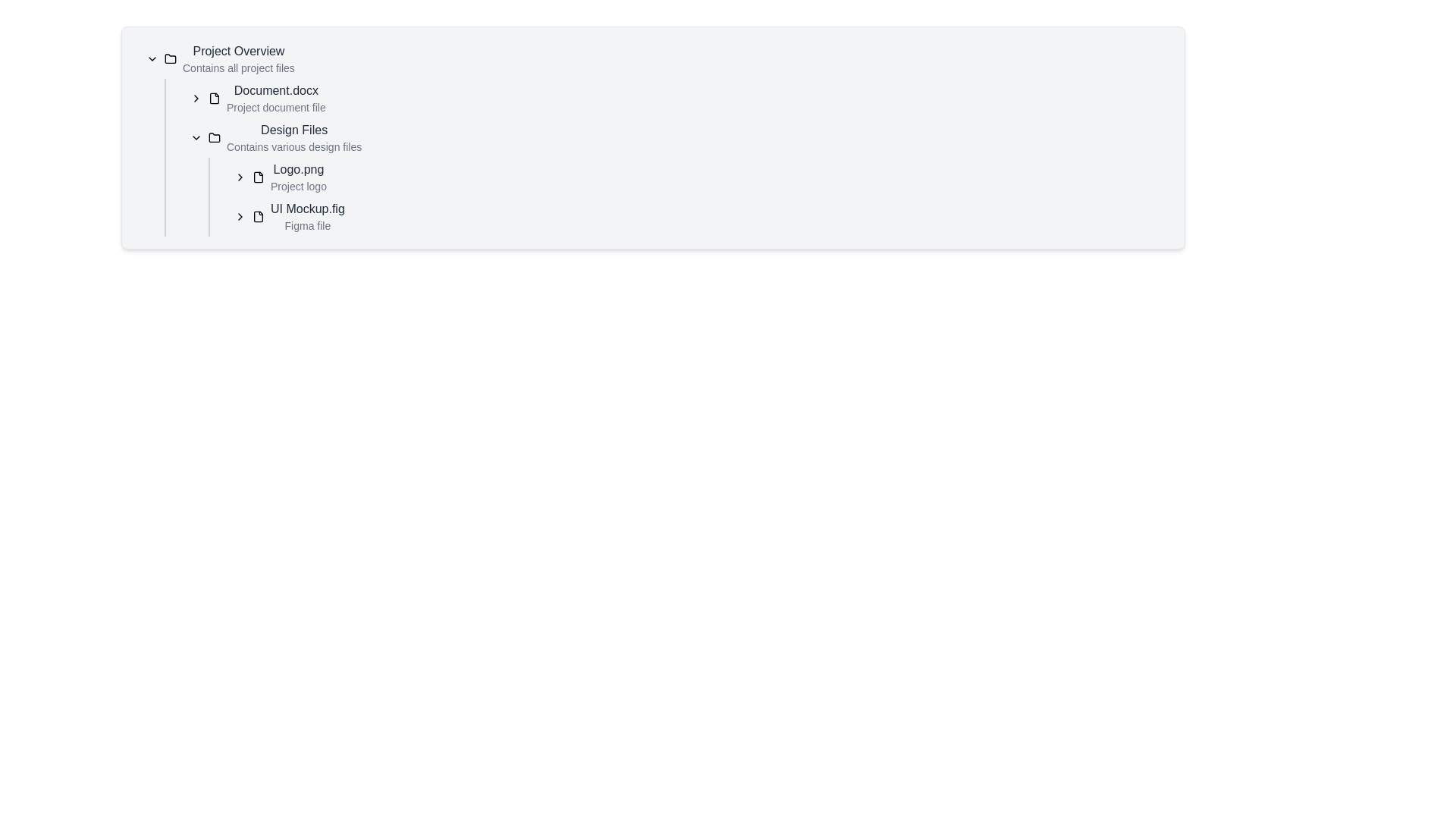  I want to click on the text label displaying 'Project document file', which is styled in small gray font and located directly below 'Document.docx' in the hierarchical file structure, so click(276, 107).